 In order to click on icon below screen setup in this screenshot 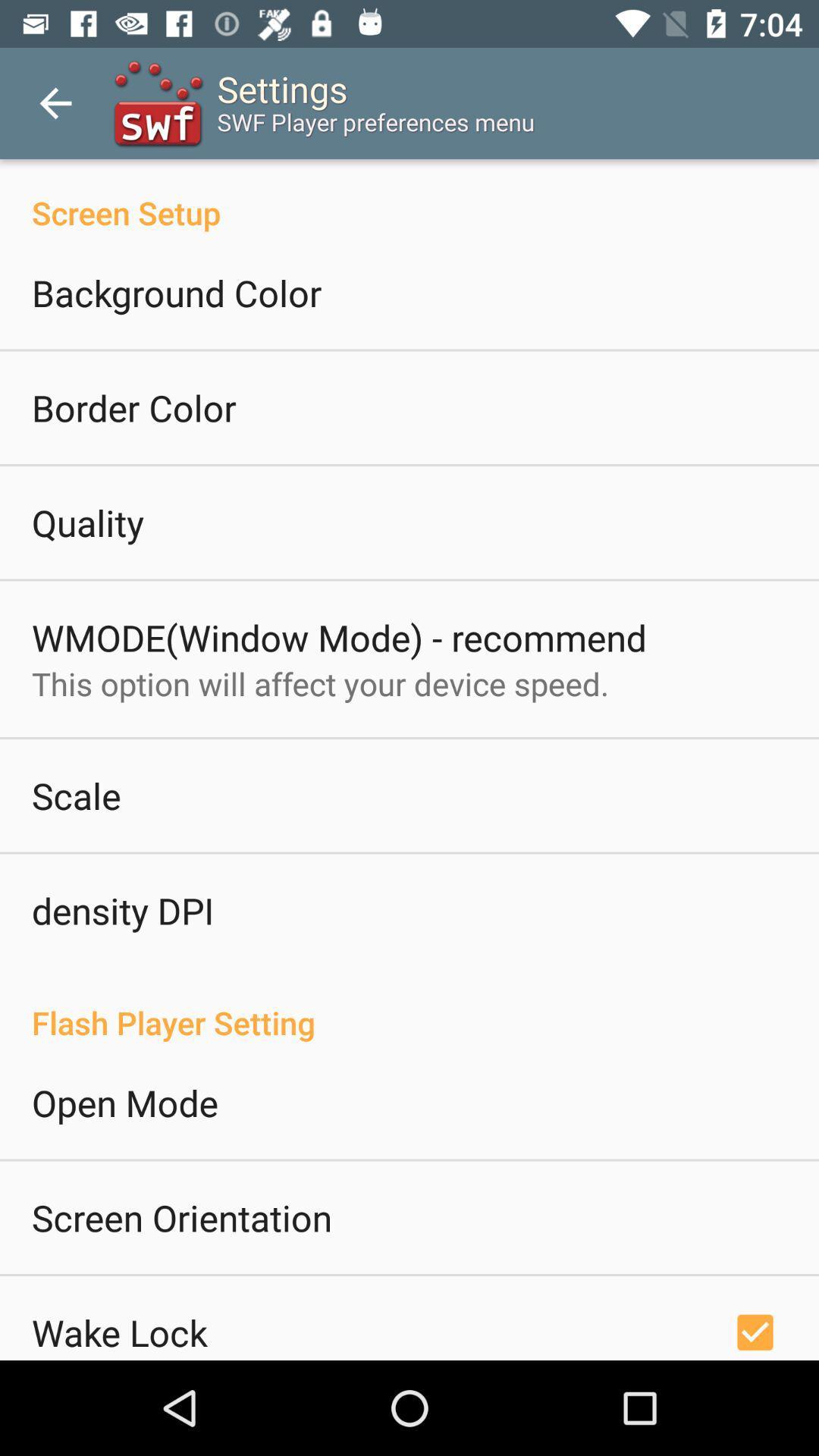, I will do `click(176, 293)`.